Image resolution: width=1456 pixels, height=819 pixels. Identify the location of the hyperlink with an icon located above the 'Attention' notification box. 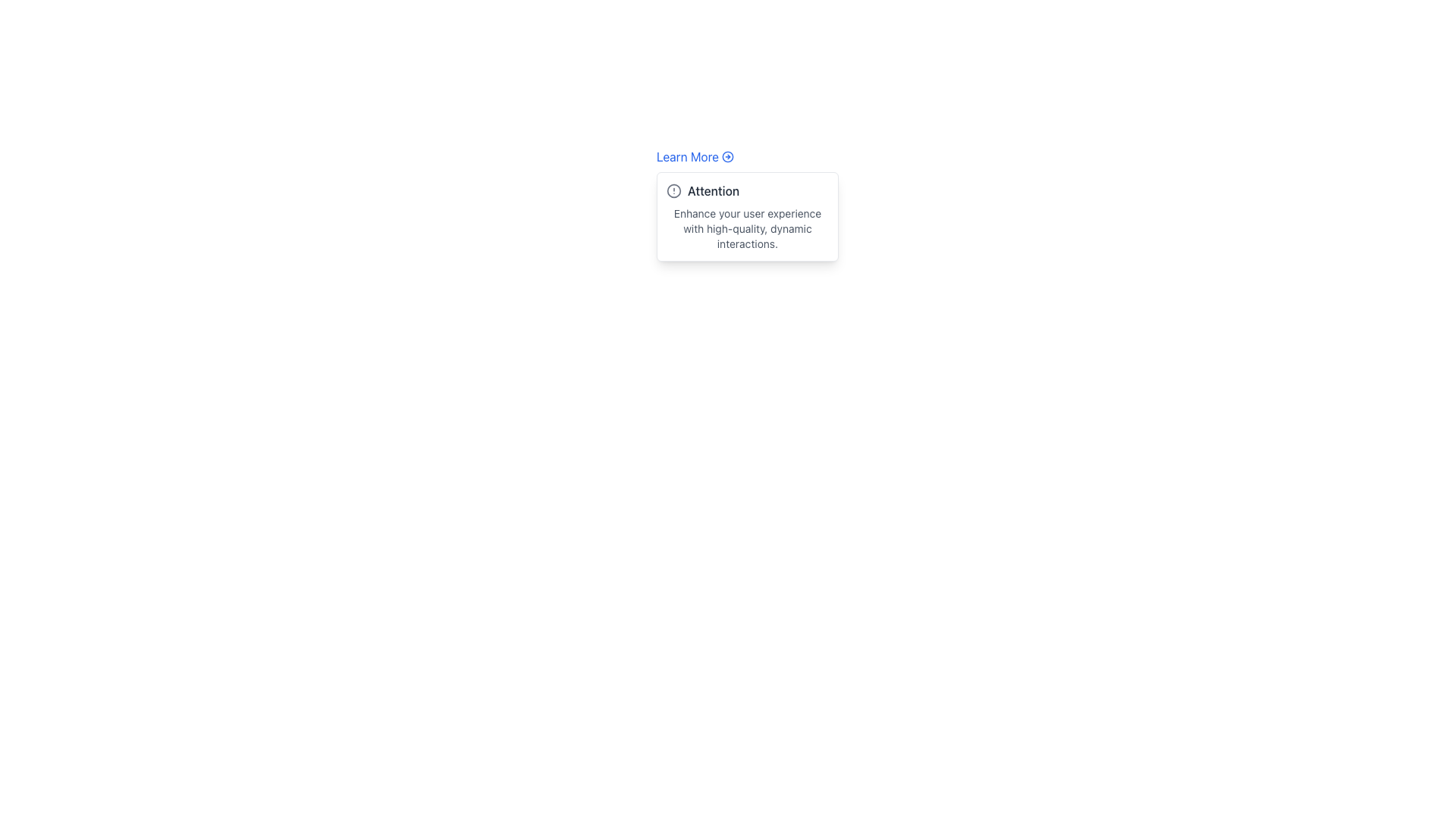
(694, 157).